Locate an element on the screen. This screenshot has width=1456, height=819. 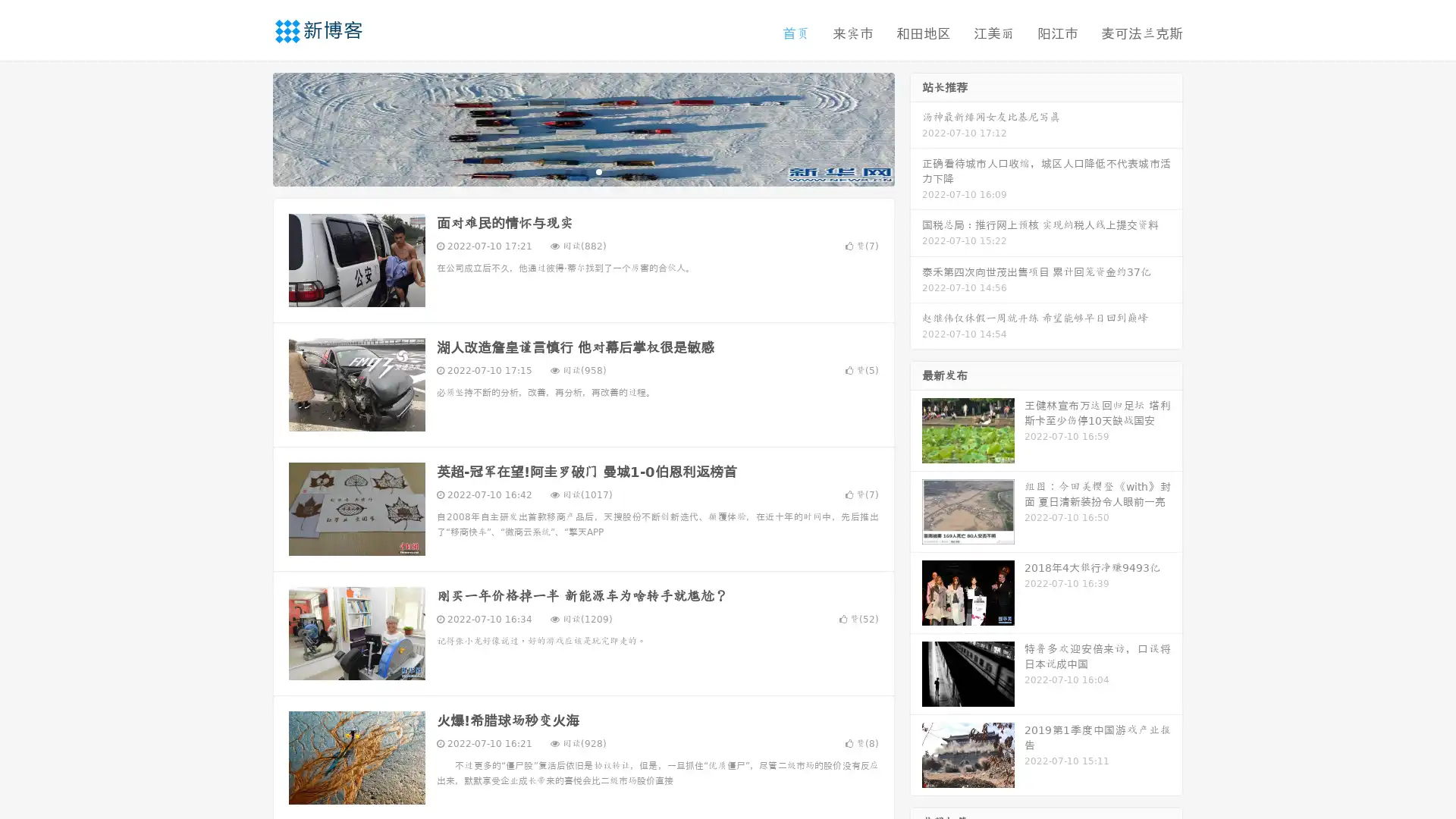
Go to slide 2 is located at coordinates (582, 171).